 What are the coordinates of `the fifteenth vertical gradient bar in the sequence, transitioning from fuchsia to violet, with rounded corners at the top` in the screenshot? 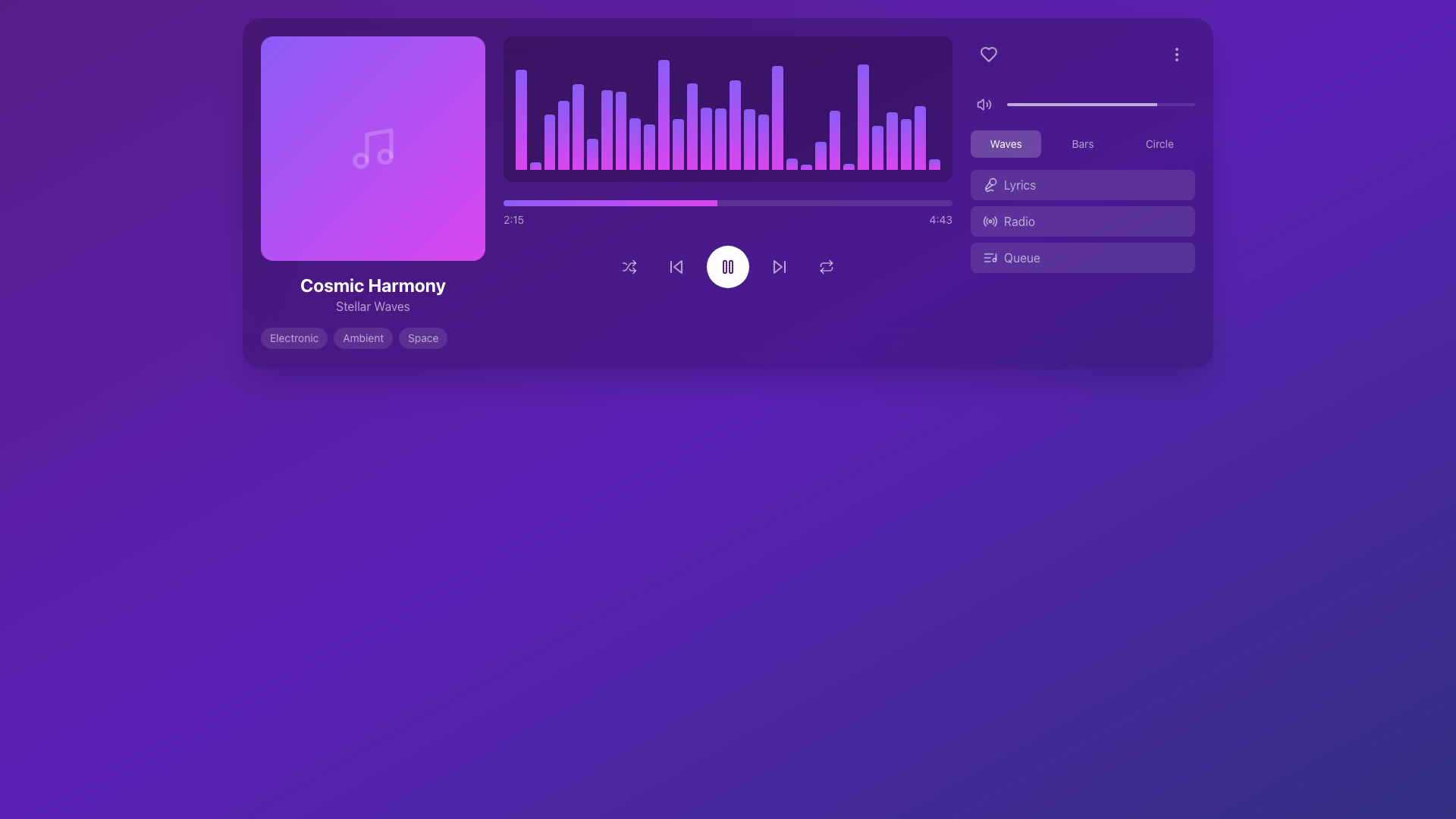 It's located at (749, 139).